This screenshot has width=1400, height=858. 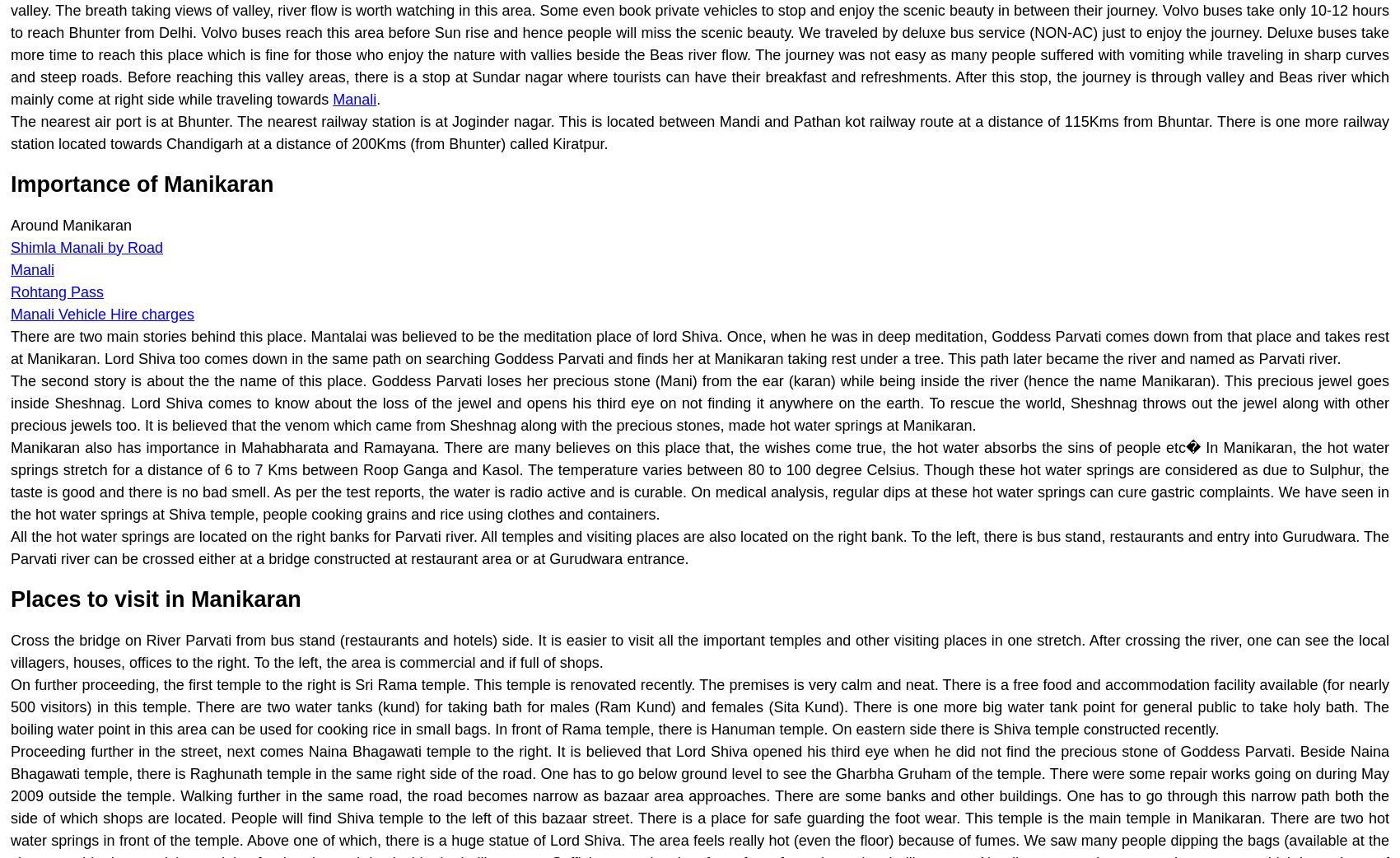 I want to click on 'Importance of Manikaran', so click(x=141, y=184).